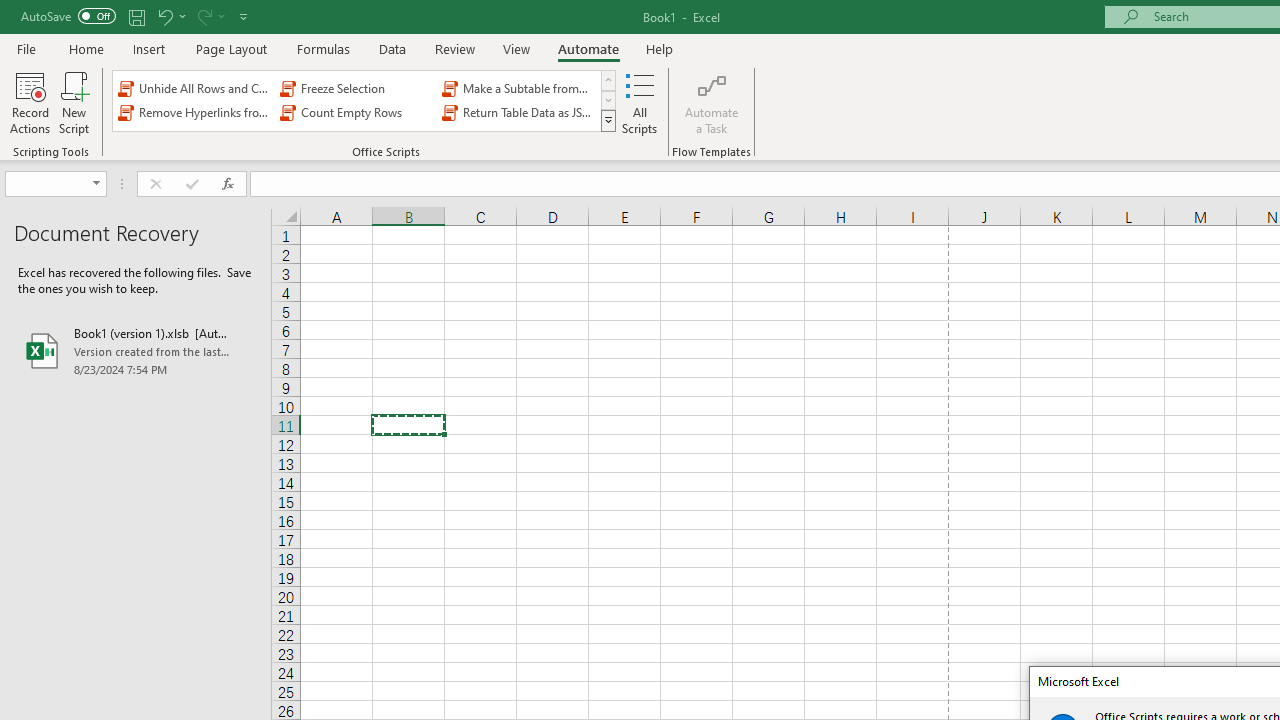 Image resolution: width=1280 pixels, height=720 pixels. What do you see at coordinates (357, 113) in the screenshot?
I see `'Count Empty Rows'` at bounding box center [357, 113].